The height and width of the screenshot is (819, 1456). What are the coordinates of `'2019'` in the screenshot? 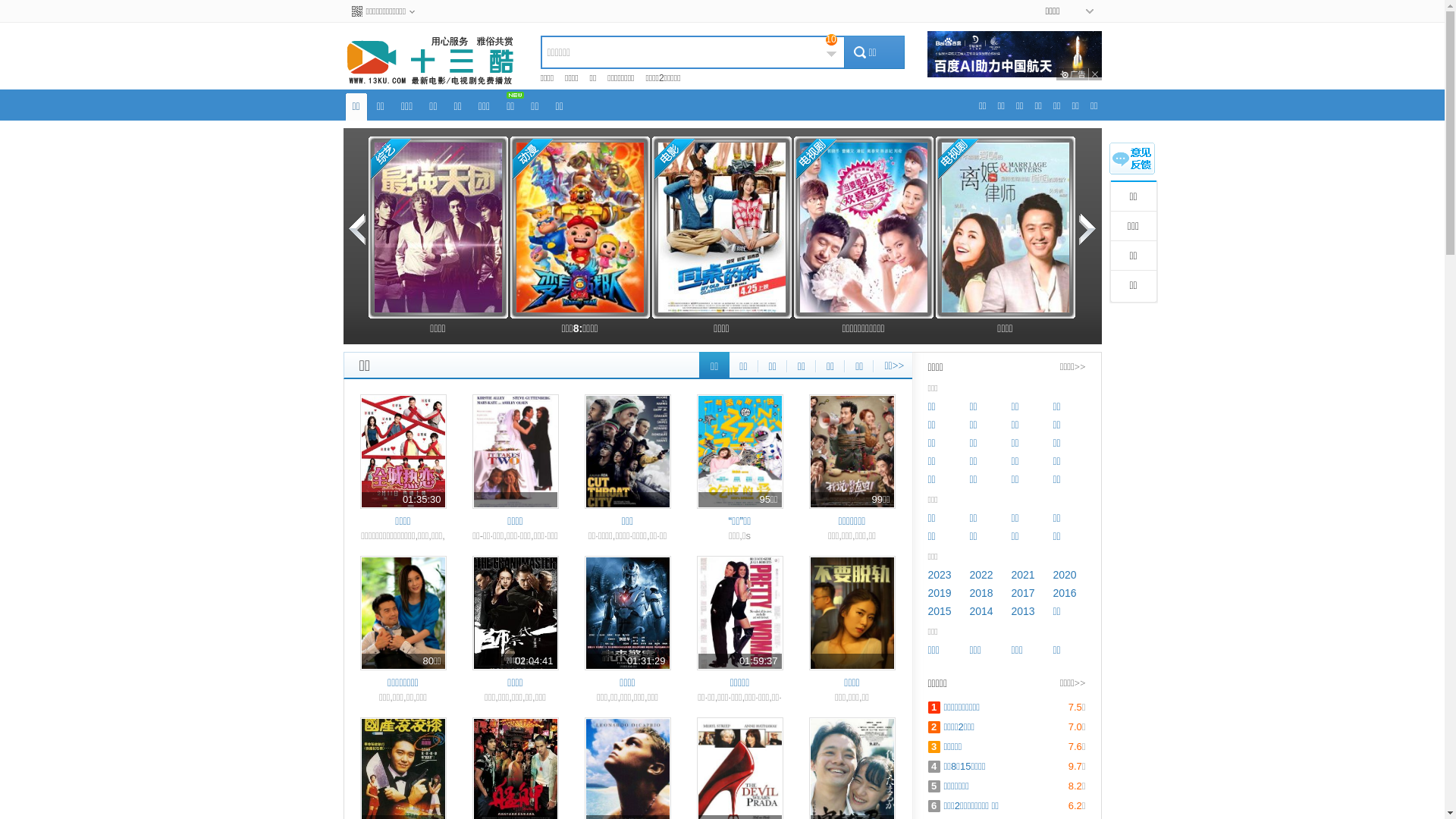 It's located at (939, 592).